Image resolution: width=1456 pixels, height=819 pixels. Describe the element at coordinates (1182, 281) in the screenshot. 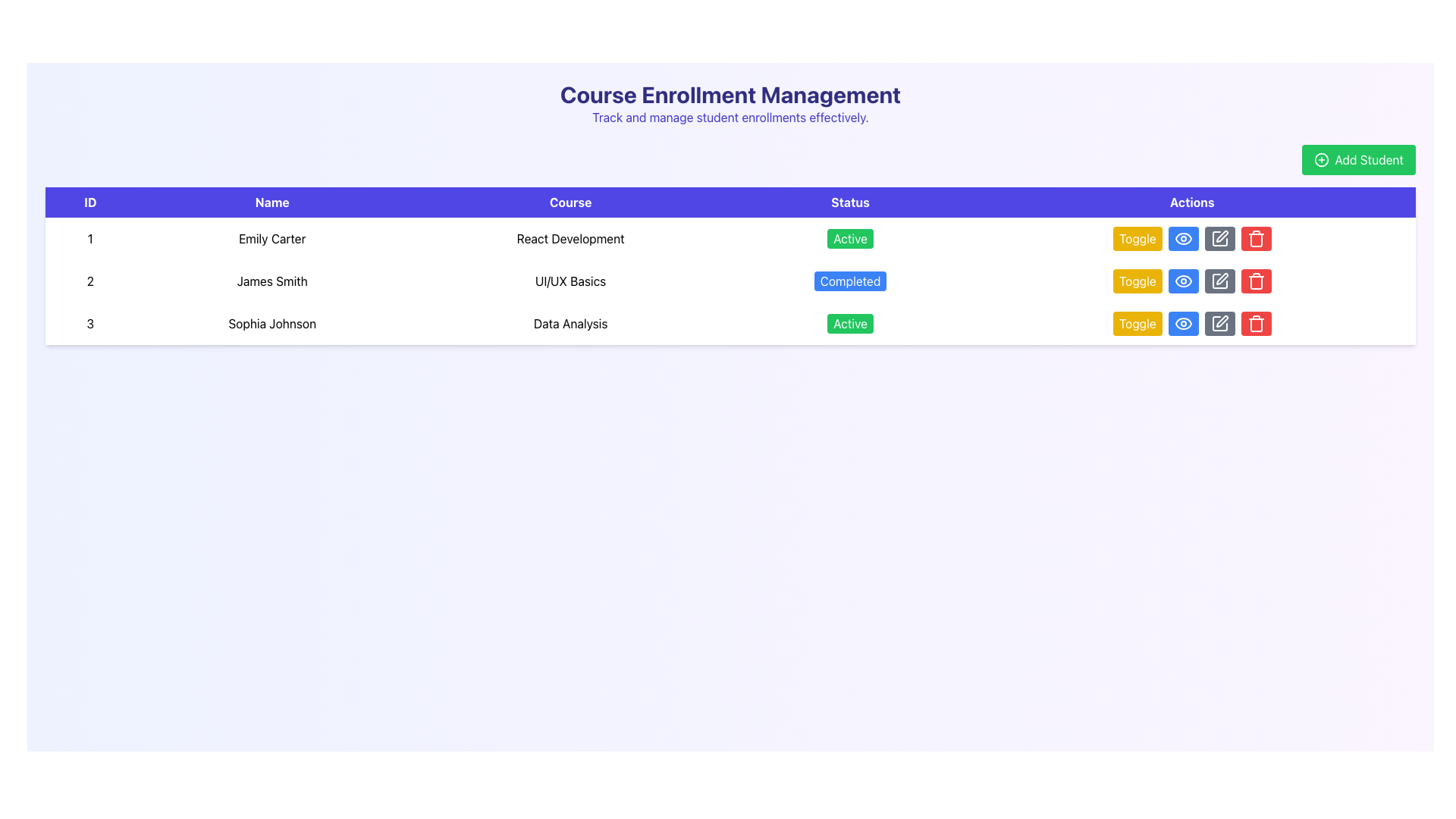

I see `the eye-shaped icon button with a blue background in the 'Actions' column of the second row` at that location.